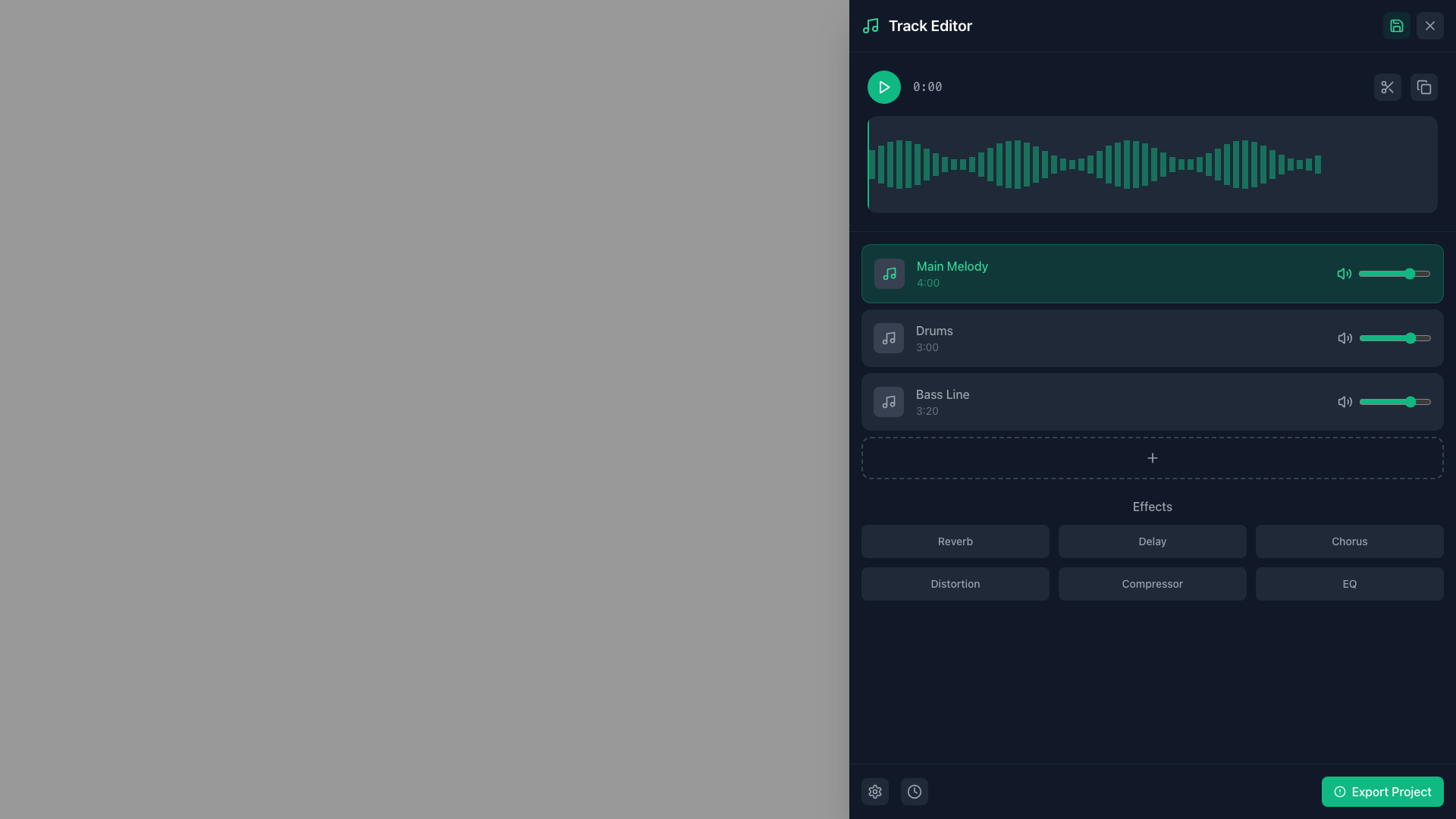 The width and height of the screenshot is (1456, 819). Describe the element at coordinates (1026, 164) in the screenshot. I see `the 18th vertical bar of the waveform display in the track editor interface, which visualizes audio data` at that location.